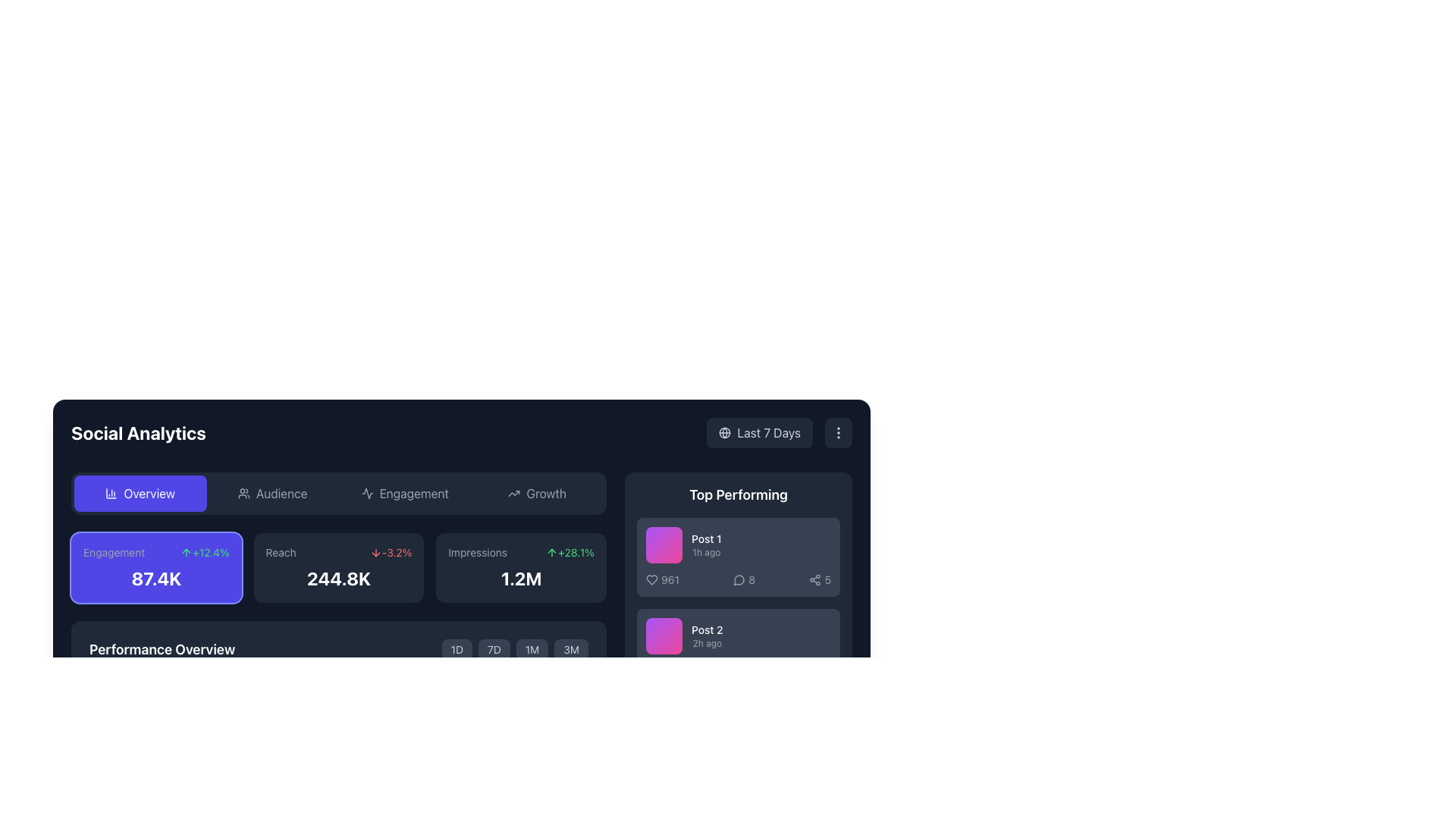  Describe the element at coordinates (494, 648) in the screenshot. I see `the second button in the row of four buttons that filters the displayed data to reflect statistics for the last 7 days, located under the 'Performance Overview' section` at that location.